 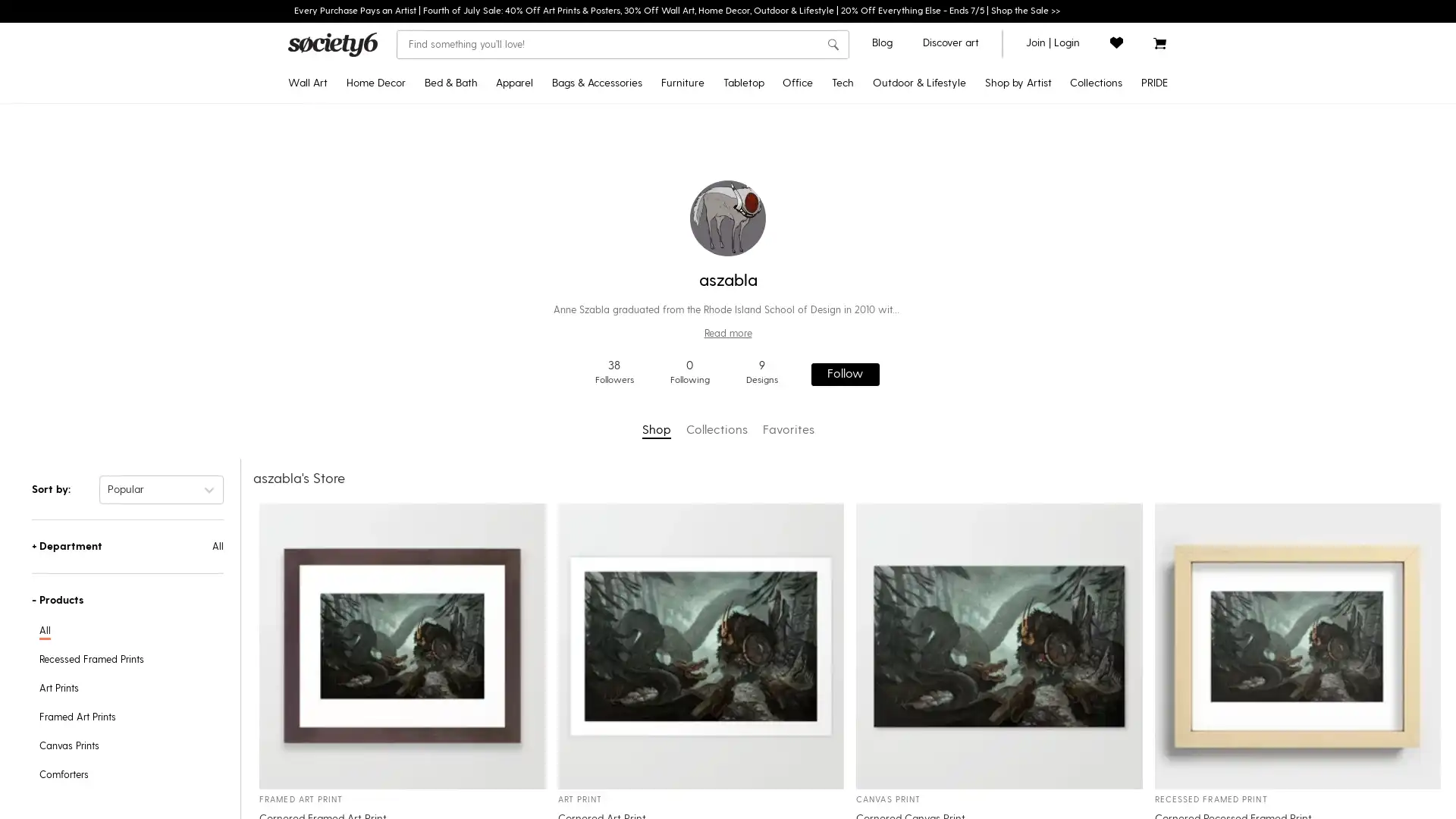 I want to click on Area Rugs, so click(x=404, y=341).